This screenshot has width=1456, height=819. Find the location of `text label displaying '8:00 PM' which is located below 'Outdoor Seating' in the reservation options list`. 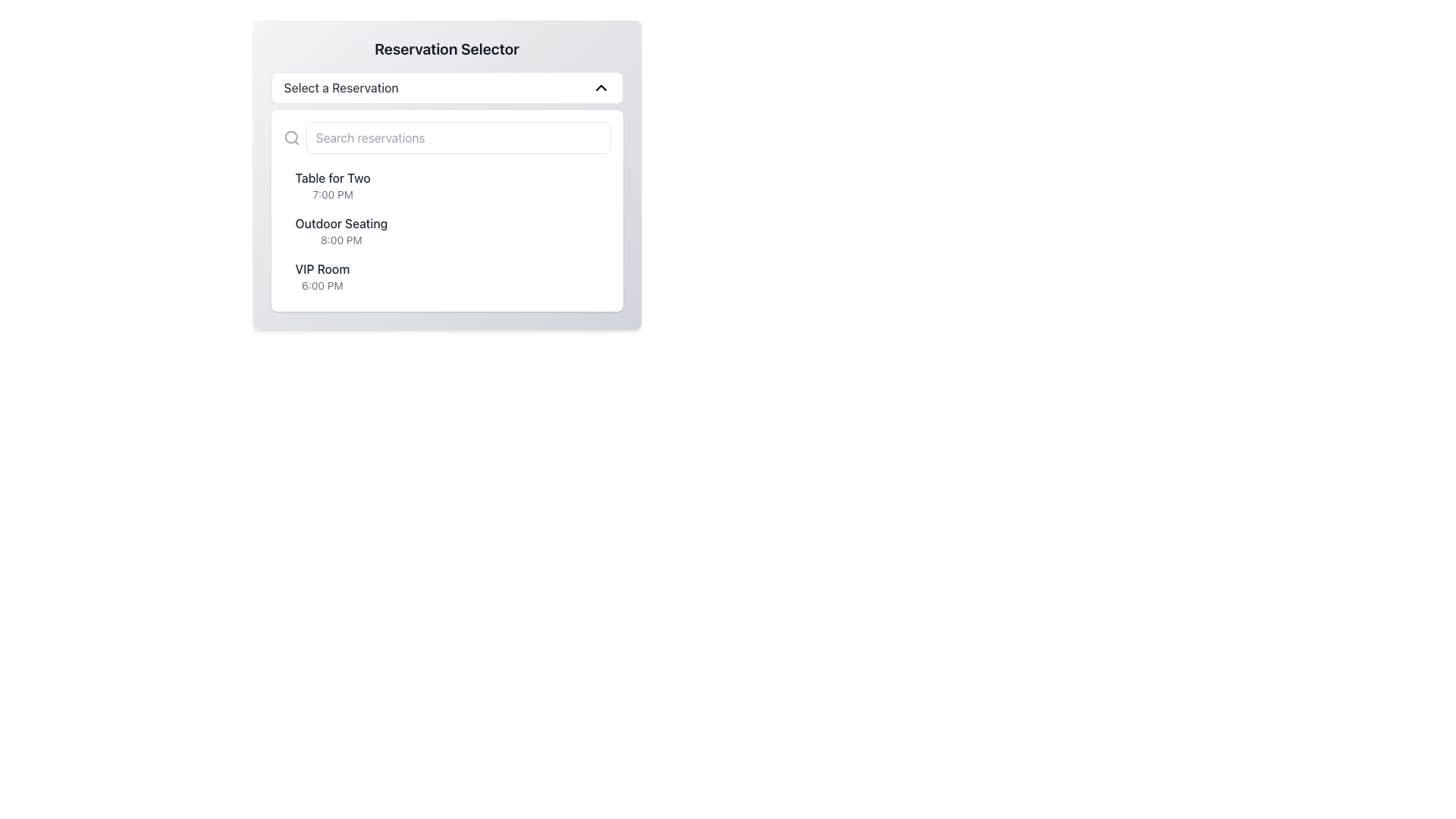

text label displaying '8:00 PM' which is located below 'Outdoor Seating' in the reservation options list is located at coordinates (340, 239).